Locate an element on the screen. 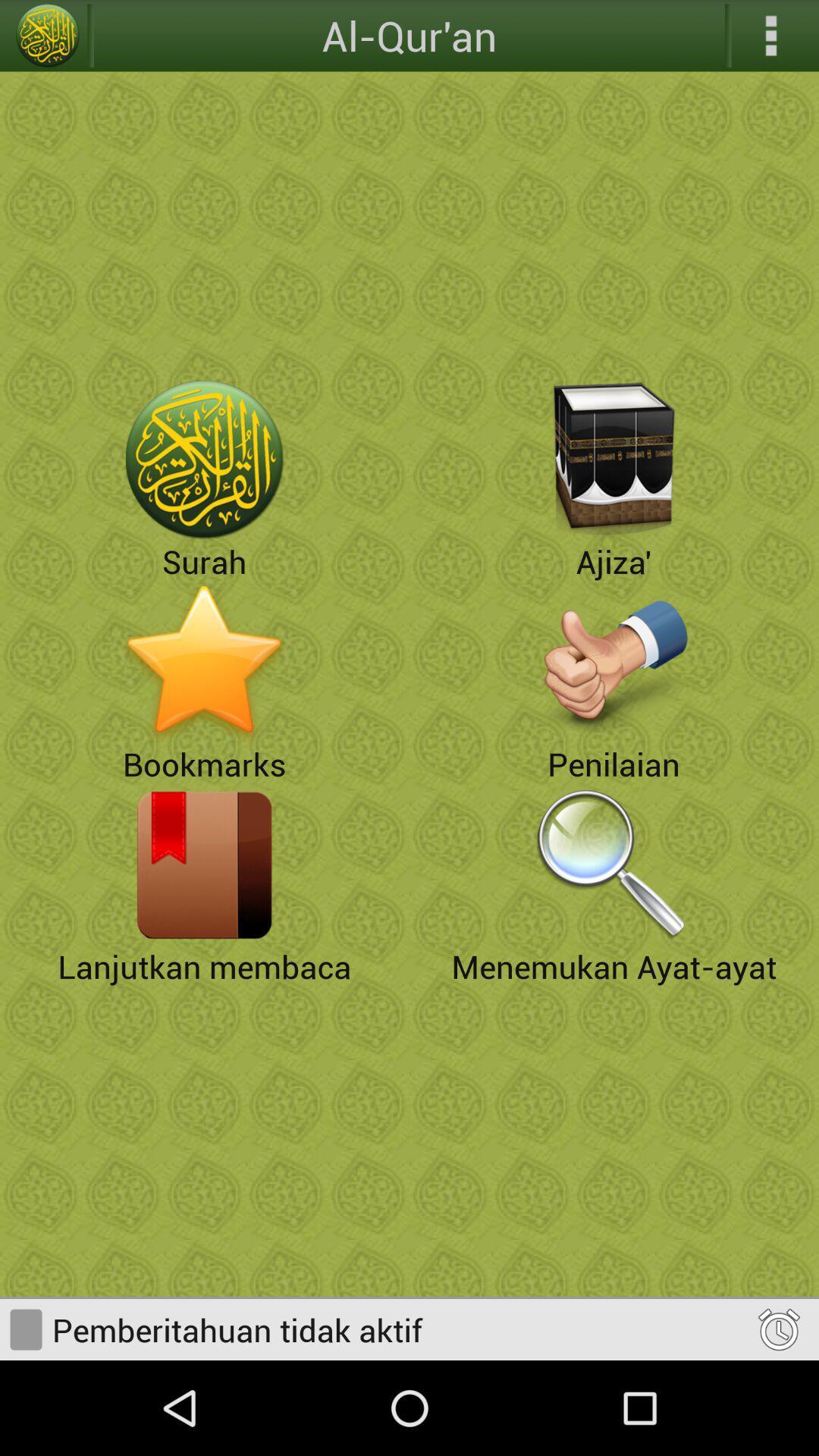 Image resolution: width=819 pixels, height=1456 pixels. open bookmarks is located at coordinates (205, 662).